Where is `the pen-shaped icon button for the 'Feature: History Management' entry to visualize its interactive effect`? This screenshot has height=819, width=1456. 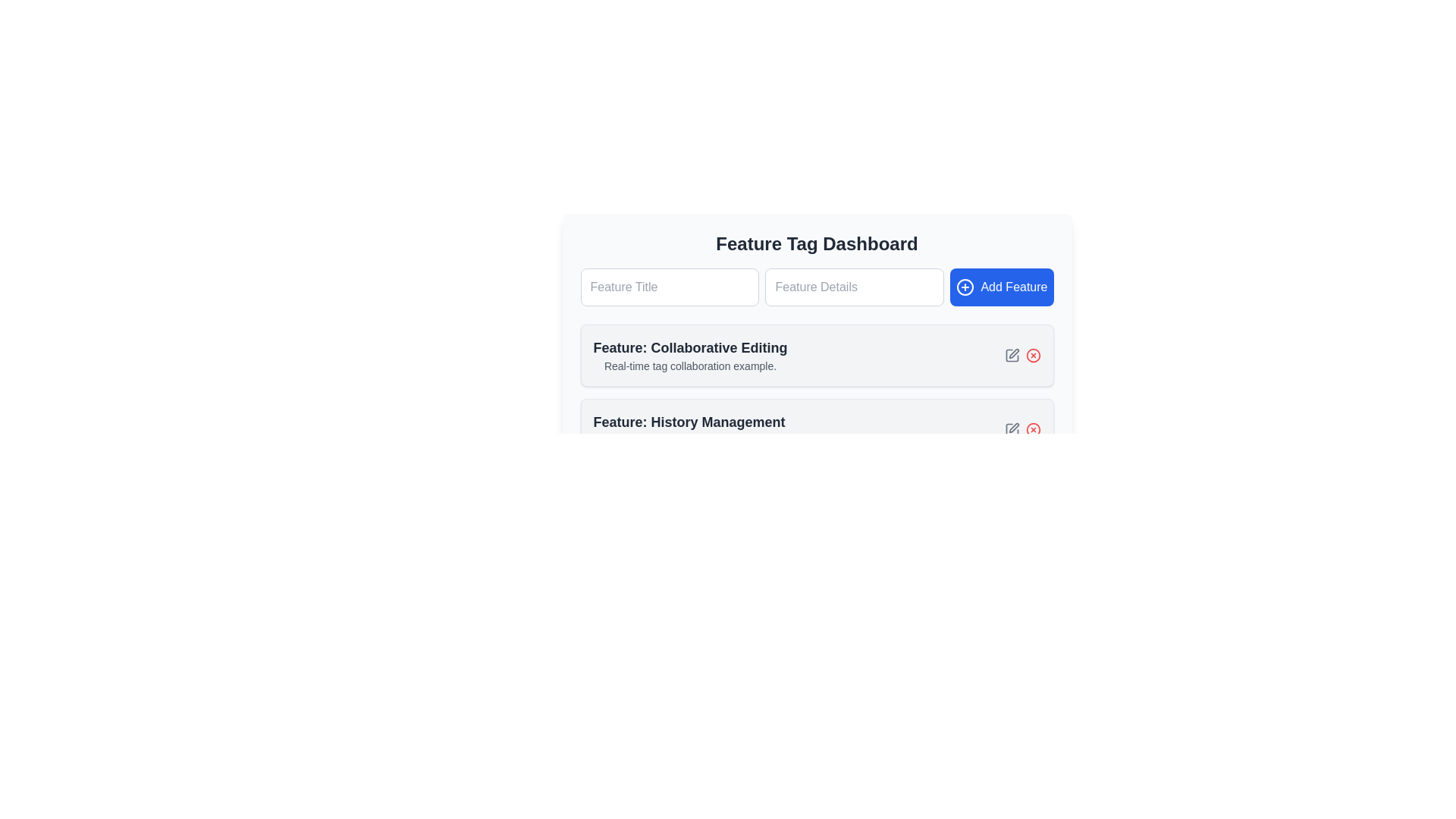
the pen-shaped icon button for the 'Feature: History Management' entry to visualize its interactive effect is located at coordinates (1012, 430).